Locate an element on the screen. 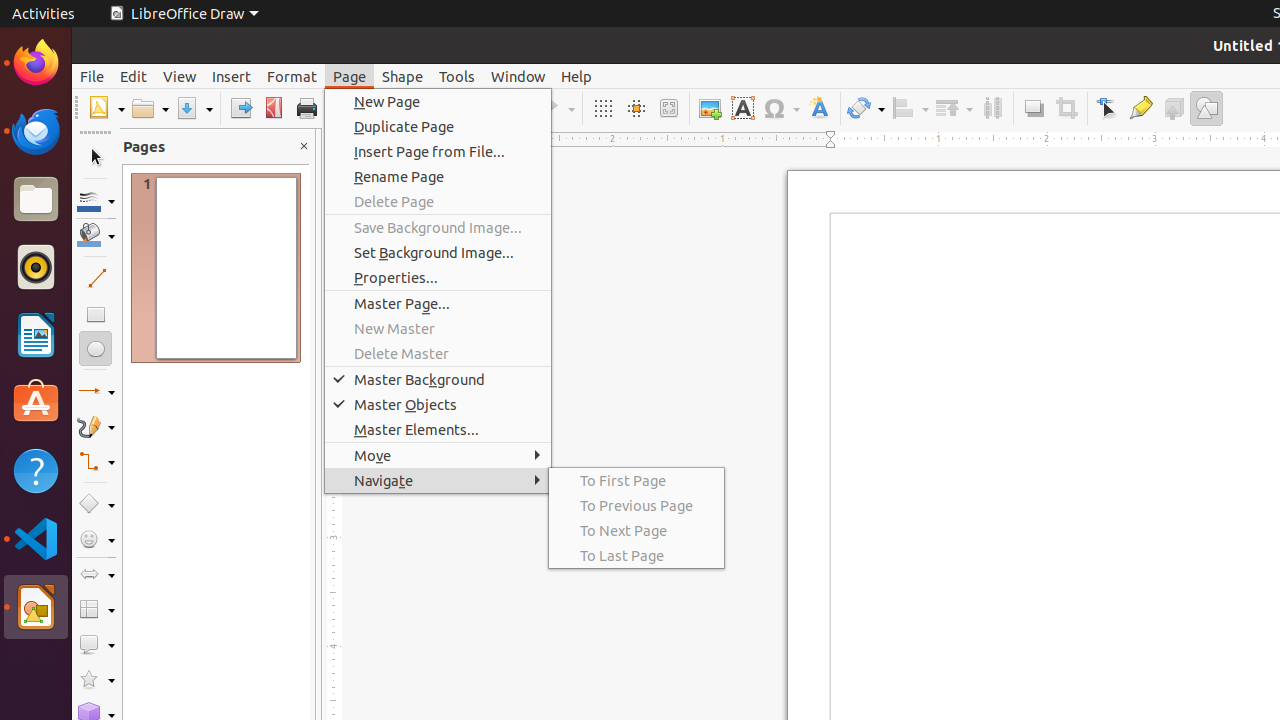 Image resolution: width=1280 pixels, height=720 pixels. 'Rhythmbox' is located at coordinates (35, 265).